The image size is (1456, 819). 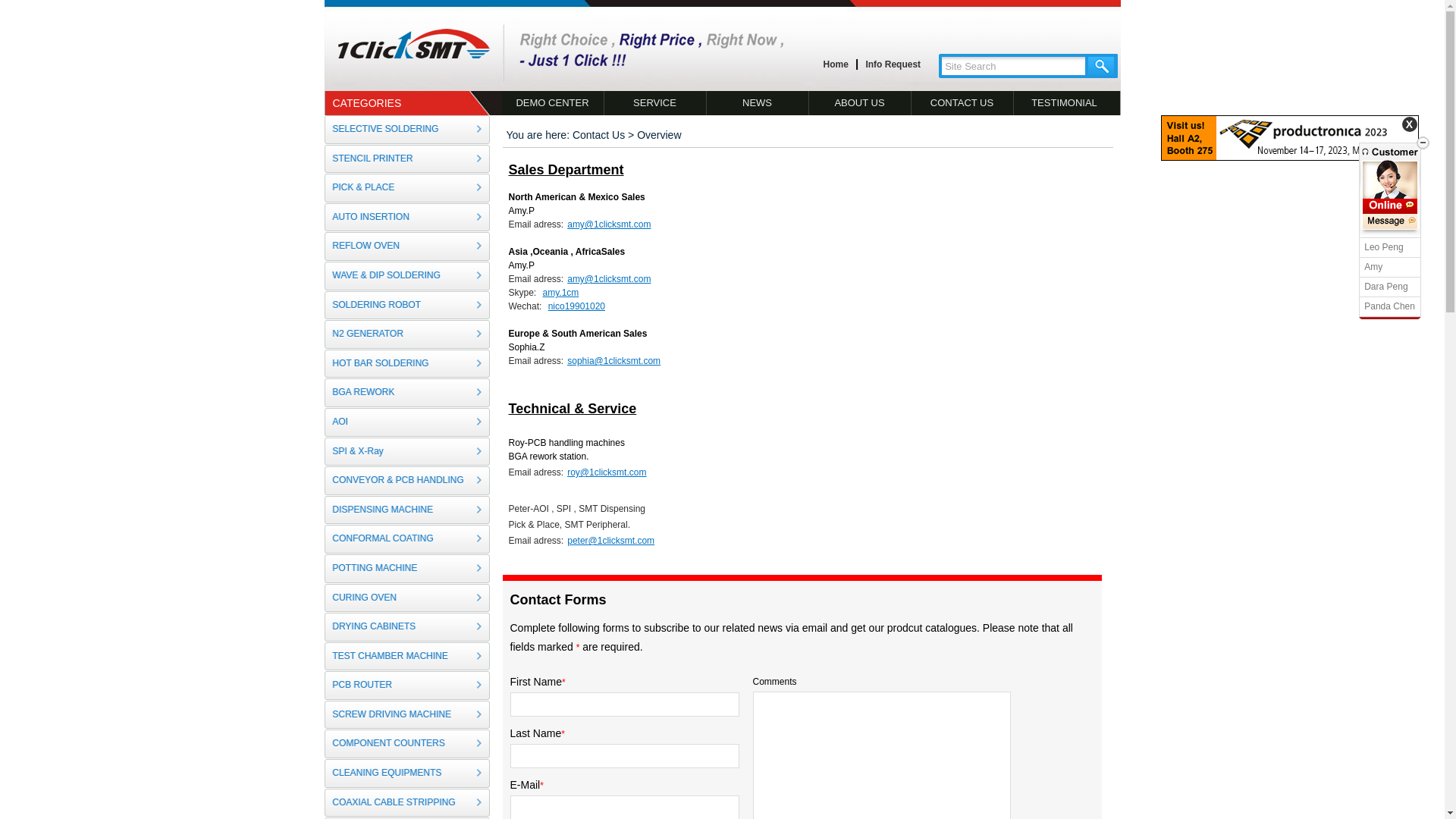 I want to click on 'BGA REWORK', so click(x=407, y=391).